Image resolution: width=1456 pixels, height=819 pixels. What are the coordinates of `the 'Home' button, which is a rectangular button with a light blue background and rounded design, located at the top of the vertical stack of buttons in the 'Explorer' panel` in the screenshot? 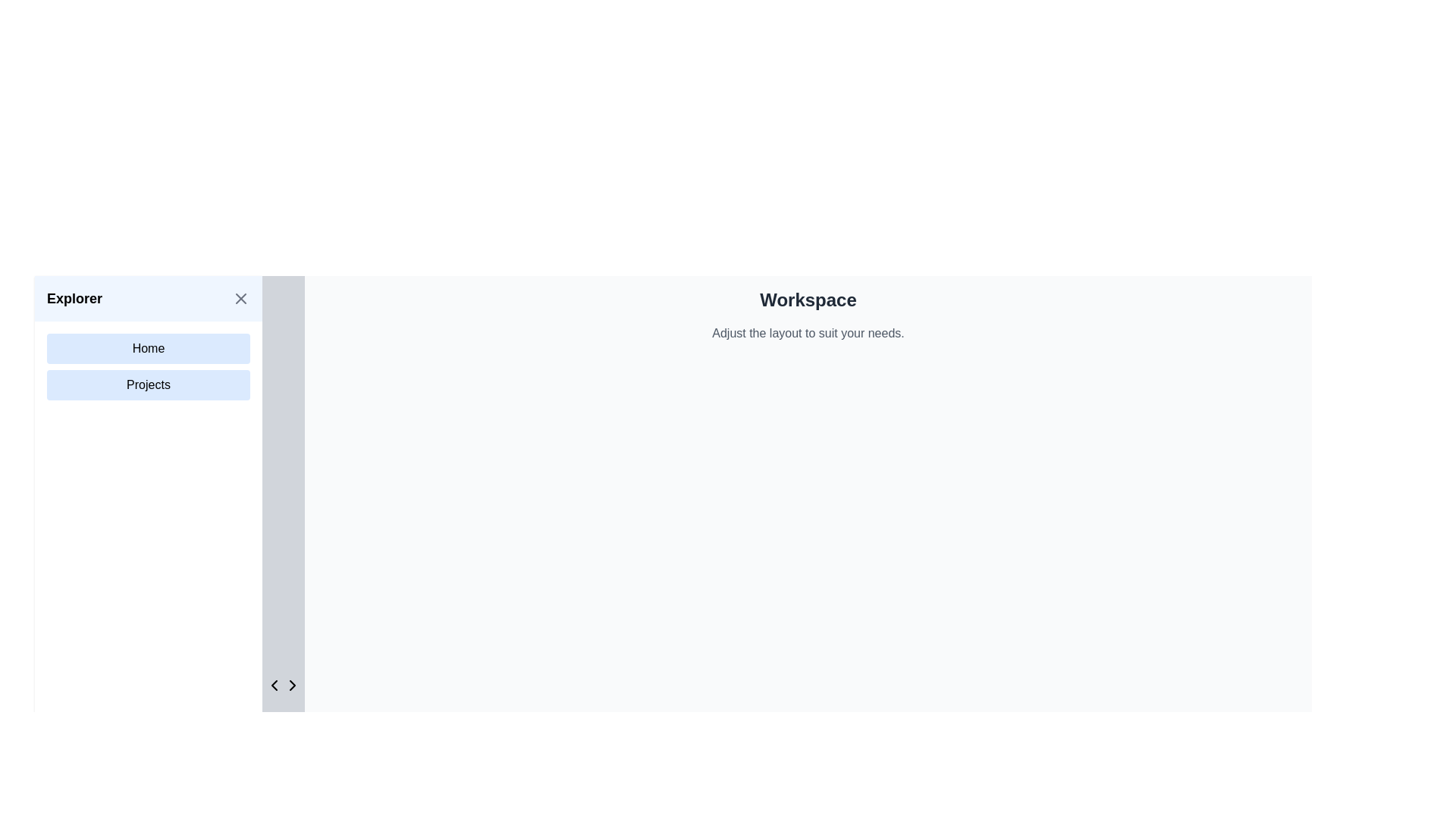 It's located at (149, 348).